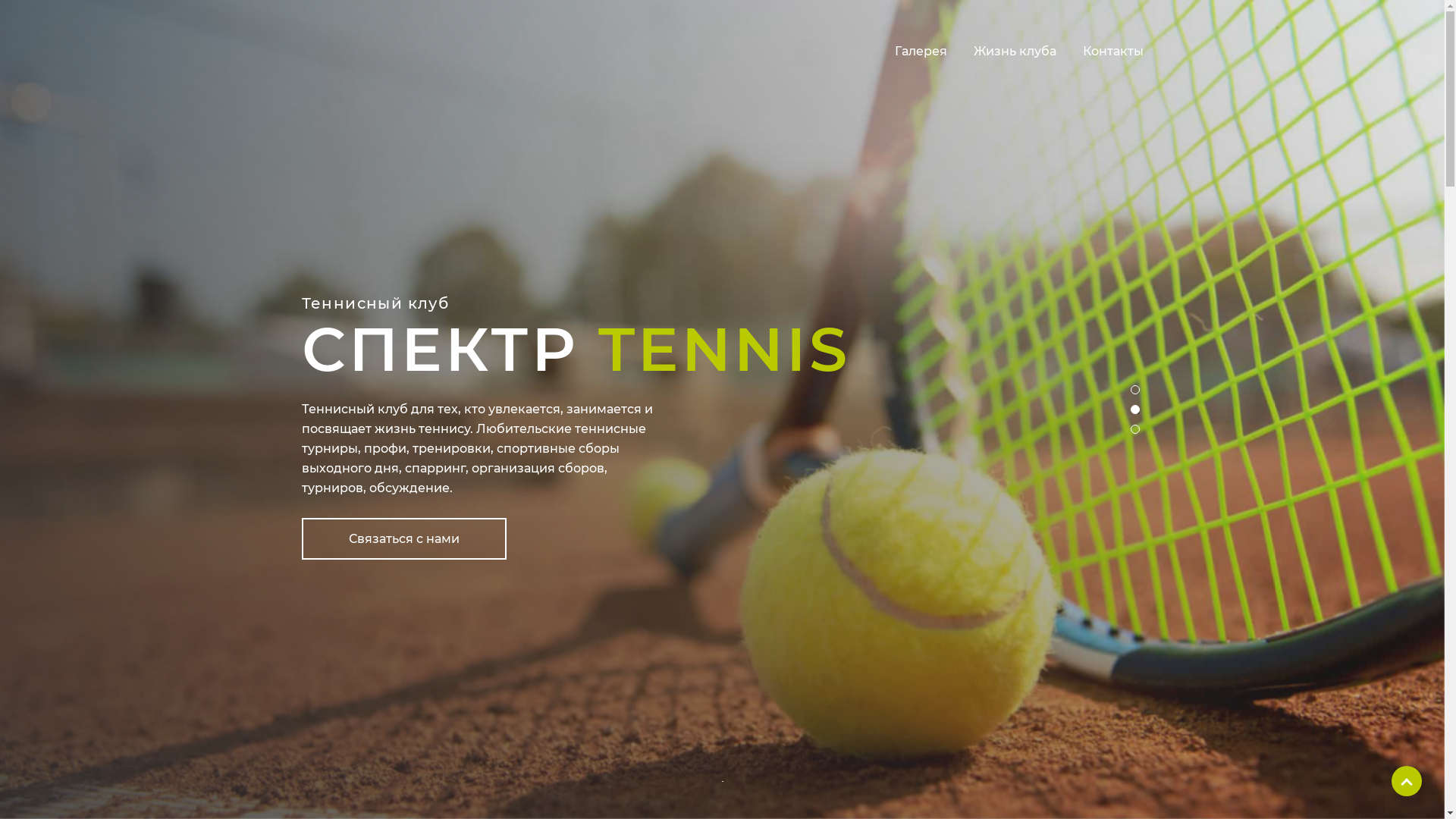 The height and width of the screenshot is (819, 1456). I want to click on '2', so click(1139, 413).